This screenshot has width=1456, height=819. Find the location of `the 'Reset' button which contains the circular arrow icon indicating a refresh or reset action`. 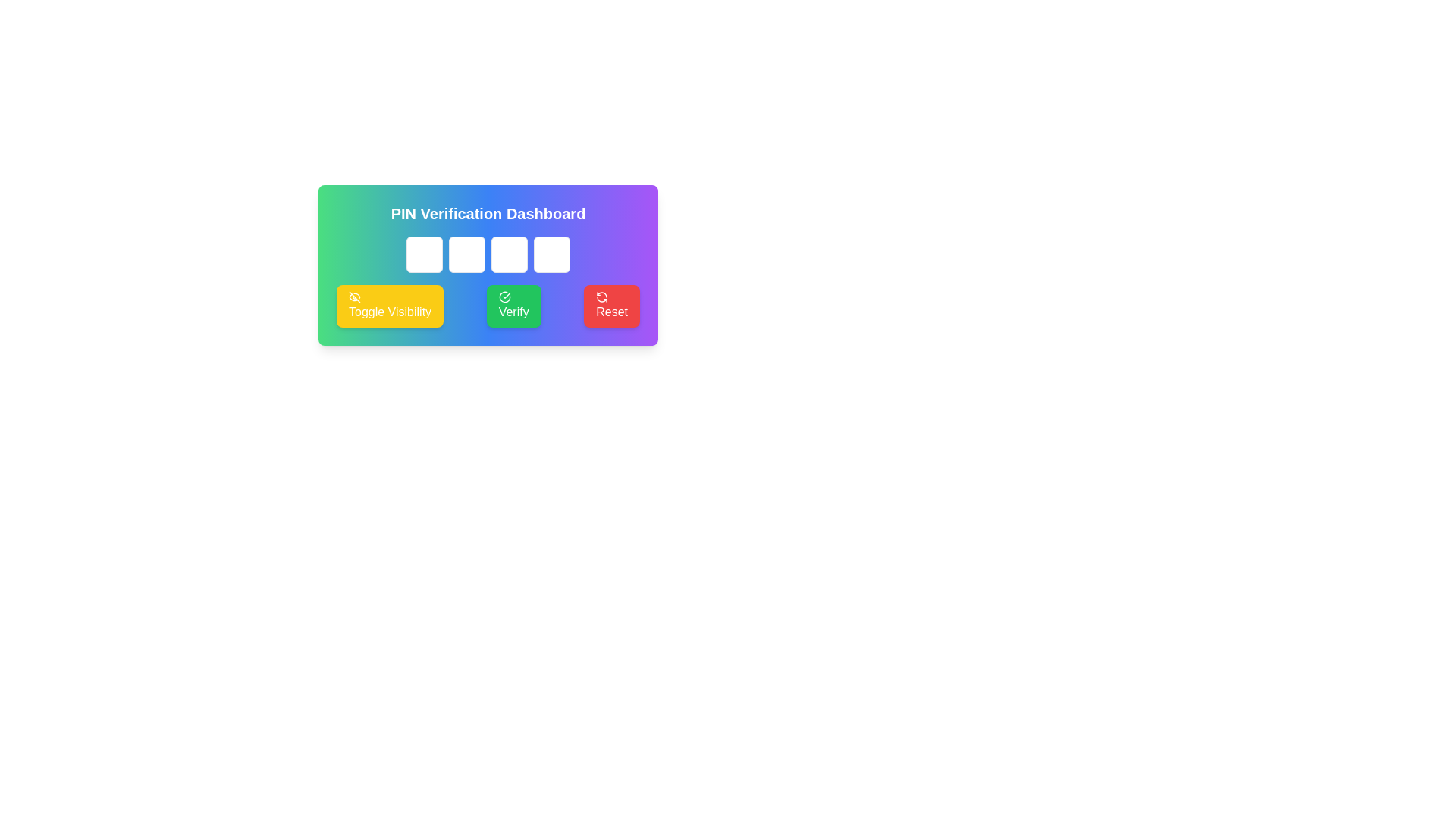

the 'Reset' button which contains the circular arrow icon indicating a refresh or reset action is located at coordinates (601, 297).